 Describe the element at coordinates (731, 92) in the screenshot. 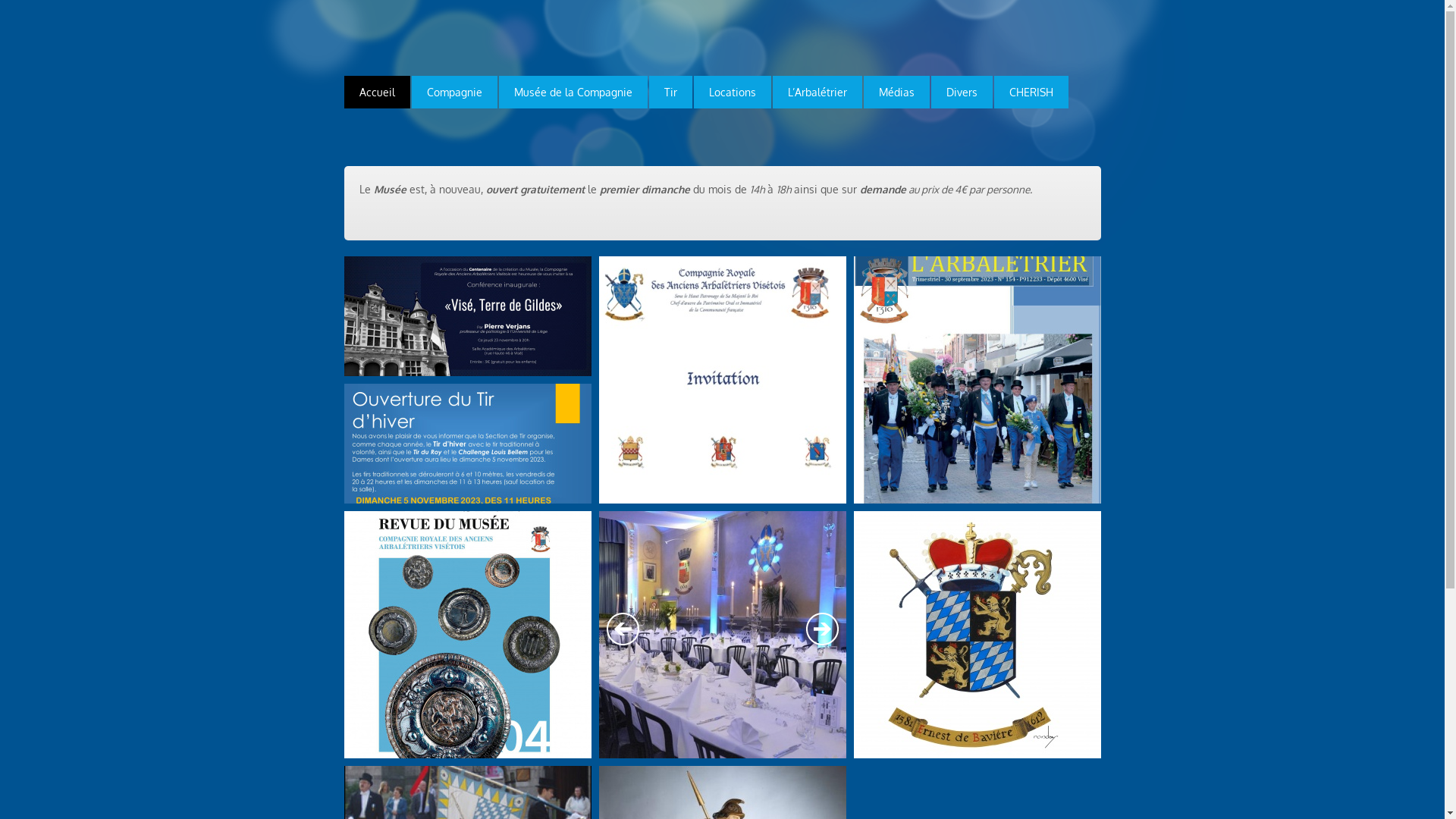

I see `'Locations'` at that location.